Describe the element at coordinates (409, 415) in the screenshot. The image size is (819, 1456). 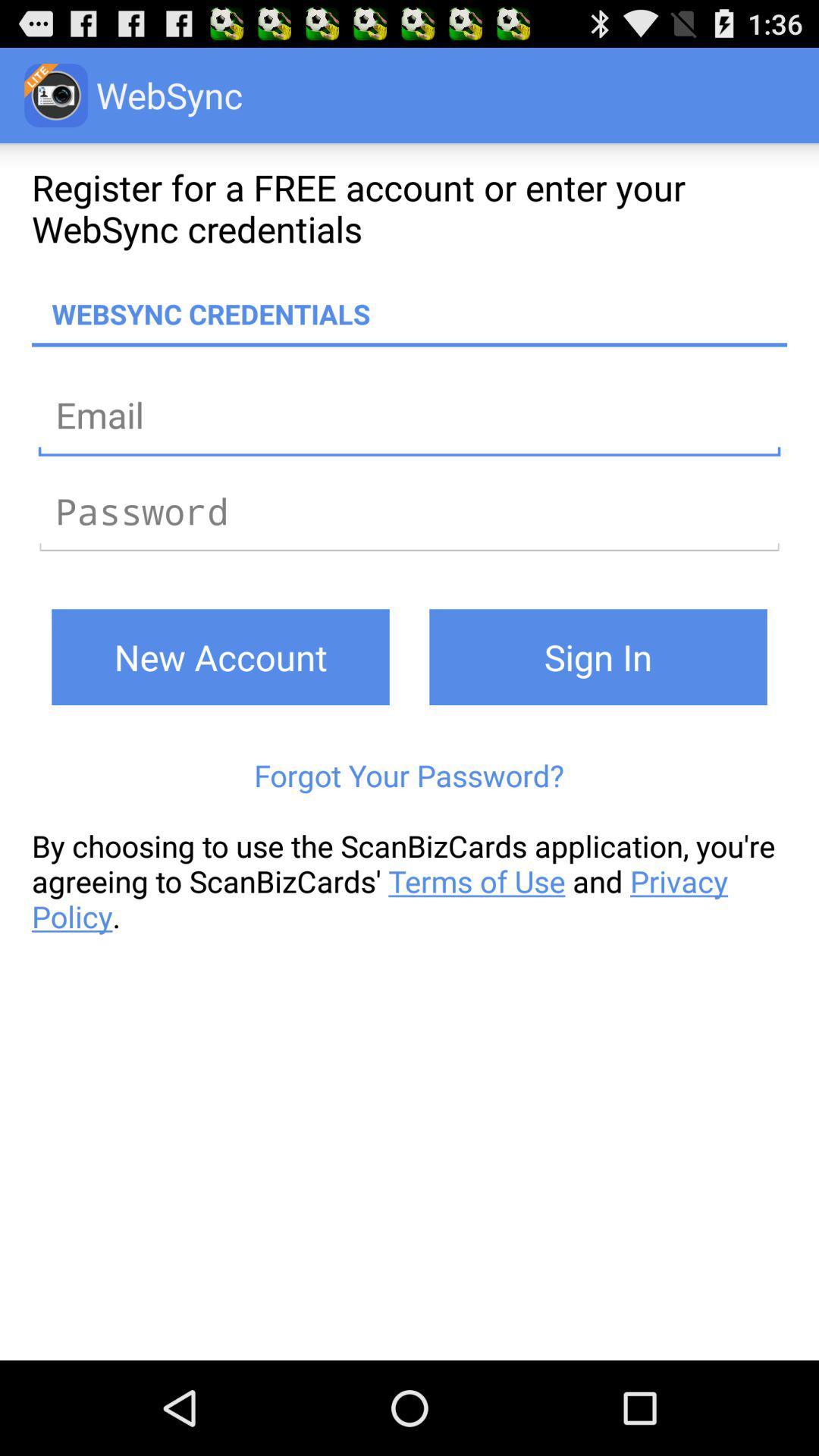
I see `email` at that location.